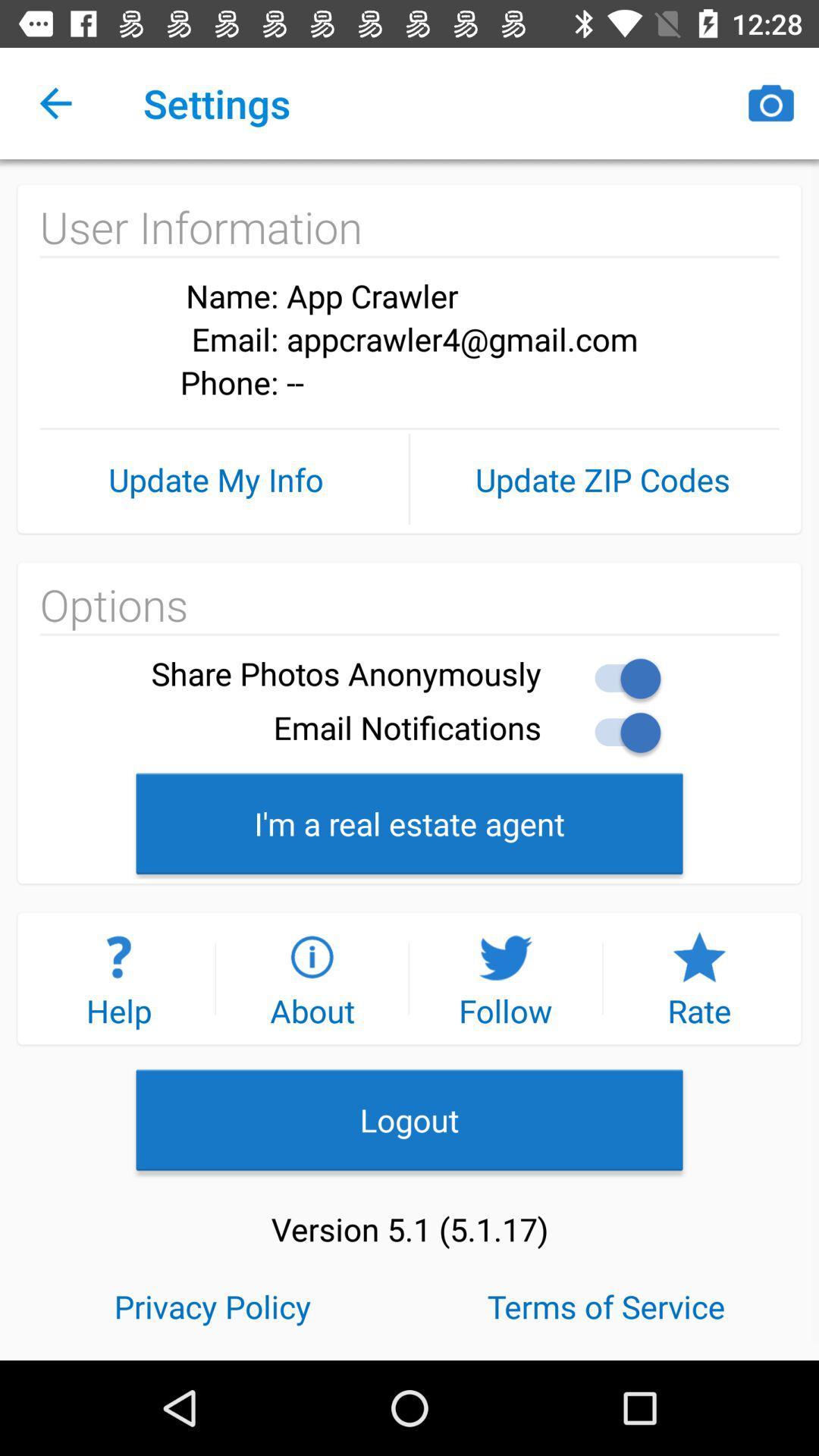 This screenshot has width=819, height=1456. What do you see at coordinates (311, 978) in the screenshot?
I see `item above the logout icon` at bounding box center [311, 978].